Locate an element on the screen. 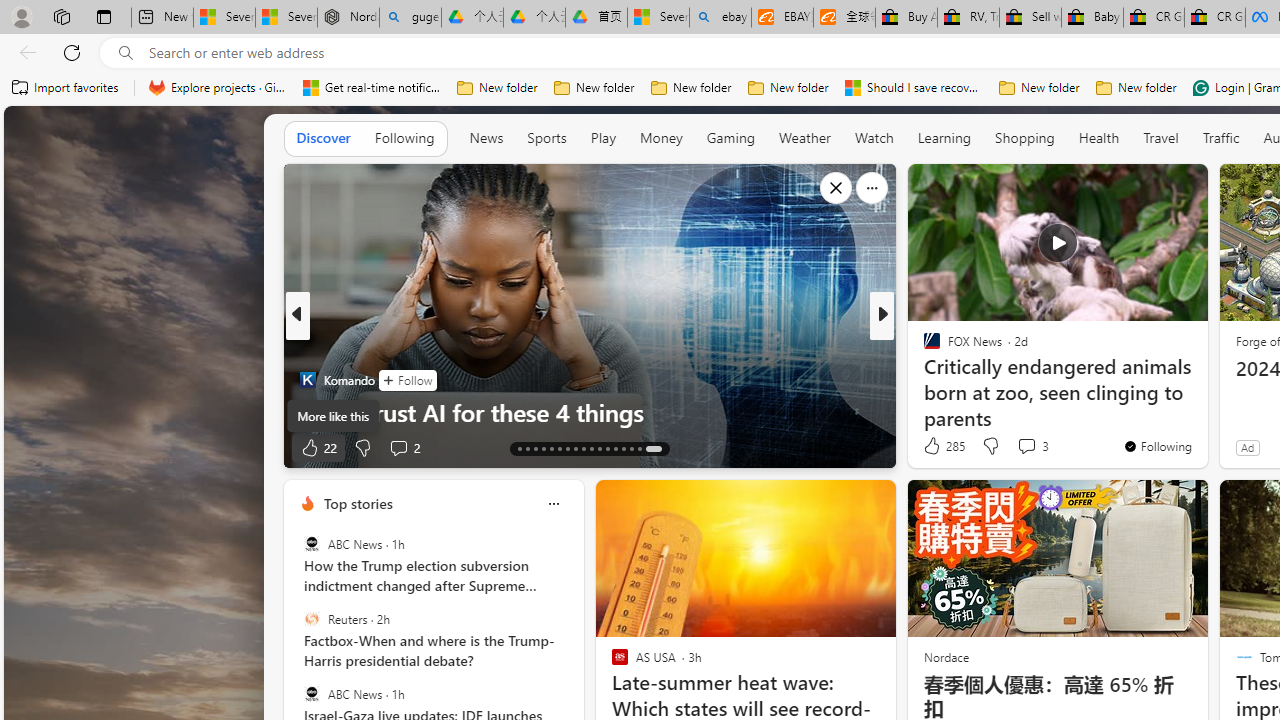 The height and width of the screenshot is (720, 1280). 'AutomationID: tab-39' is located at coordinates (623, 447).